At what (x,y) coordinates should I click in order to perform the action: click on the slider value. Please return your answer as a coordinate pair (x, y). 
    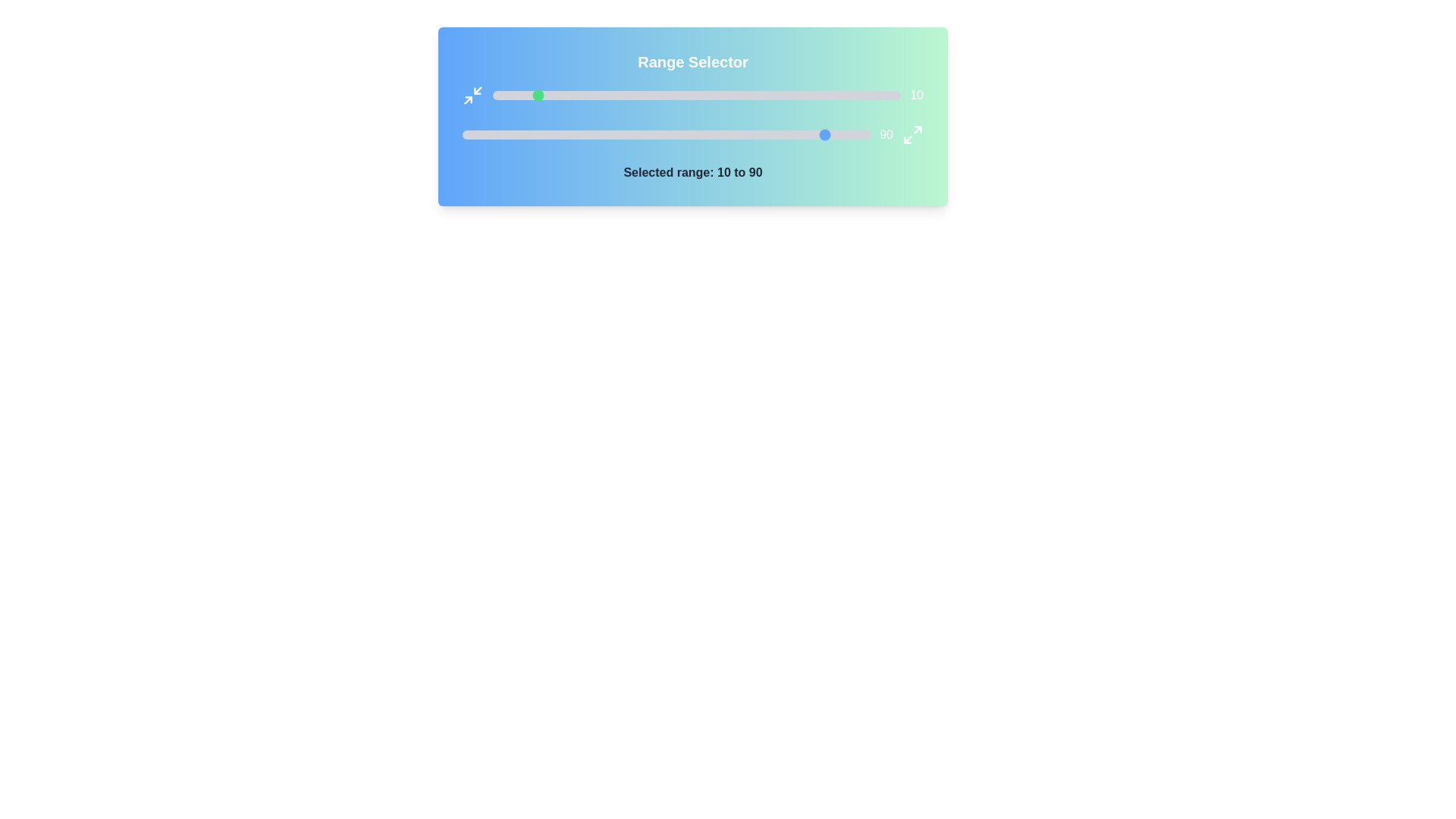
    Looking at the image, I should click on (822, 96).